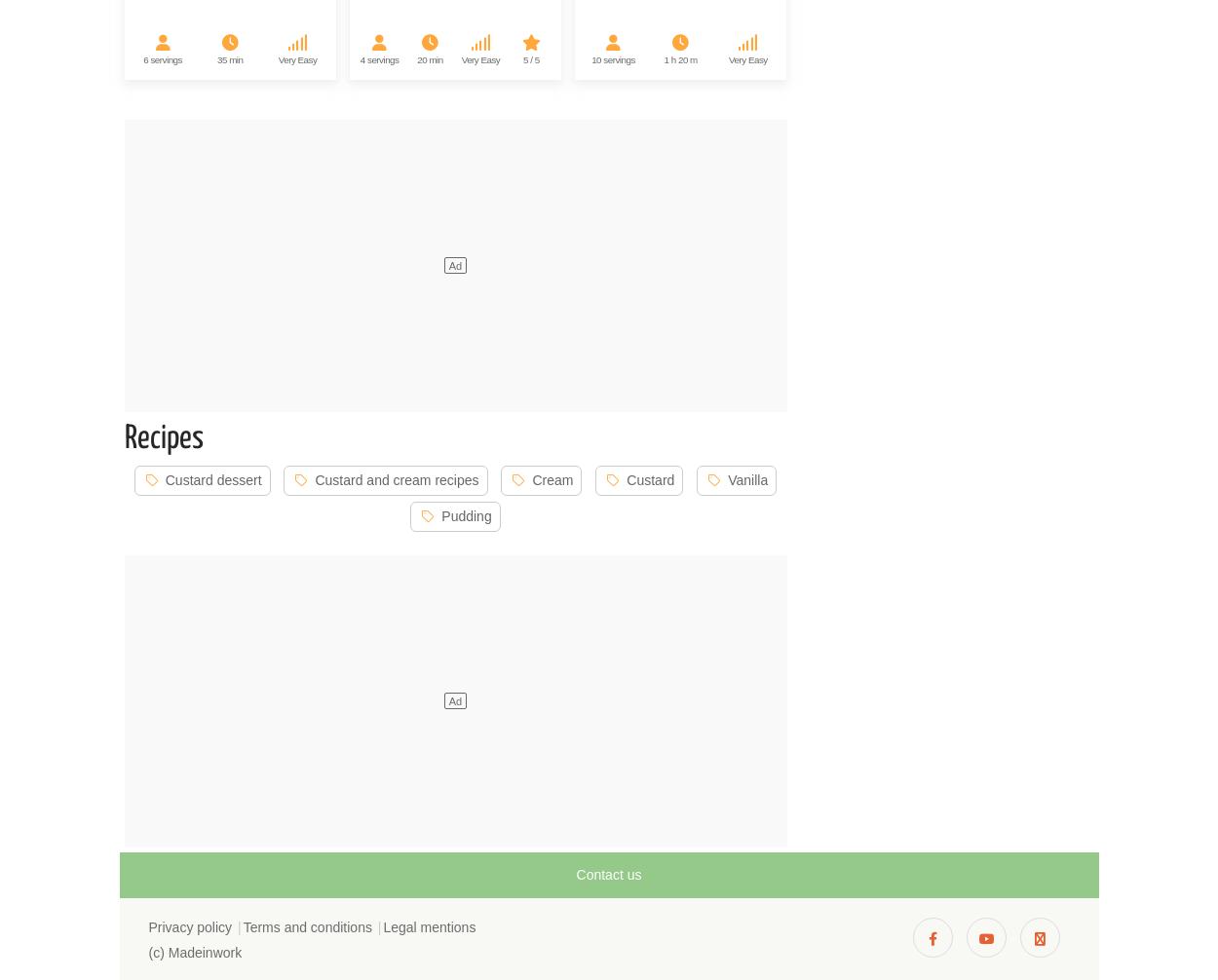 The height and width of the screenshot is (980, 1218). What do you see at coordinates (590, 58) in the screenshot?
I see `'10'` at bounding box center [590, 58].